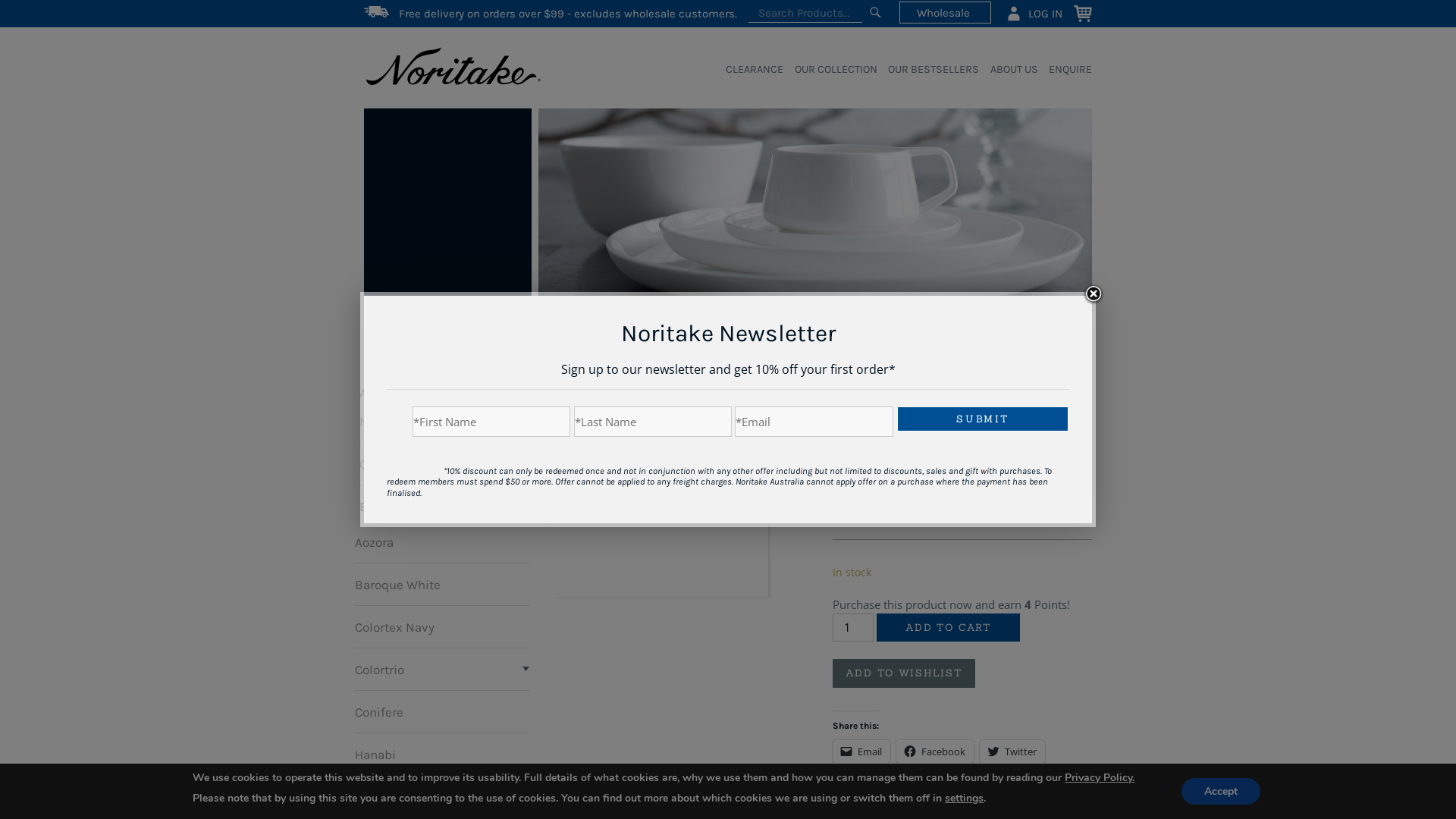 The image size is (1456, 819). I want to click on 'Colortex Navy', so click(353, 626).